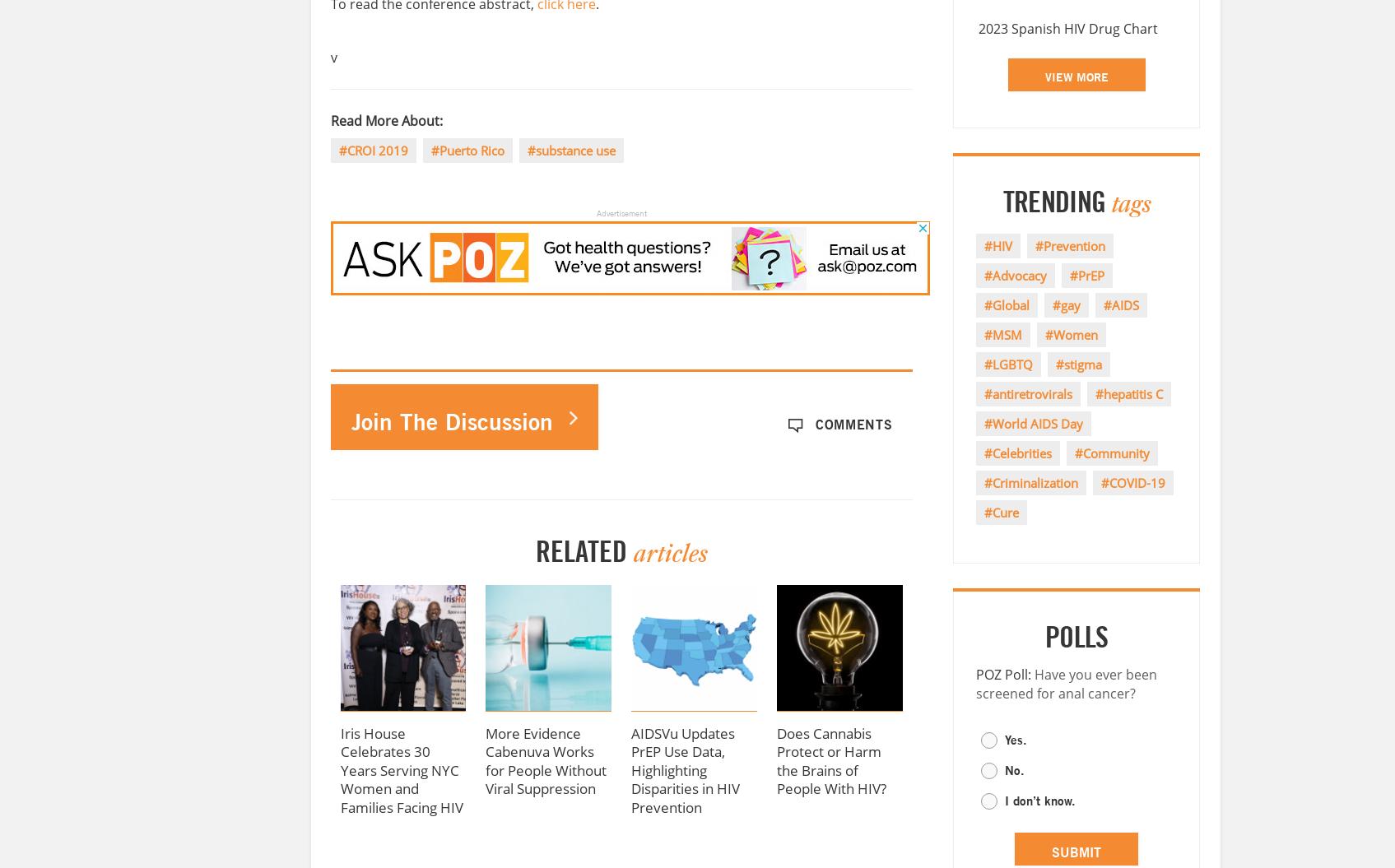 This screenshot has width=1395, height=868. What do you see at coordinates (620, 211) in the screenshot?
I see `'Advertisement'` at bounding box center [620, 211].